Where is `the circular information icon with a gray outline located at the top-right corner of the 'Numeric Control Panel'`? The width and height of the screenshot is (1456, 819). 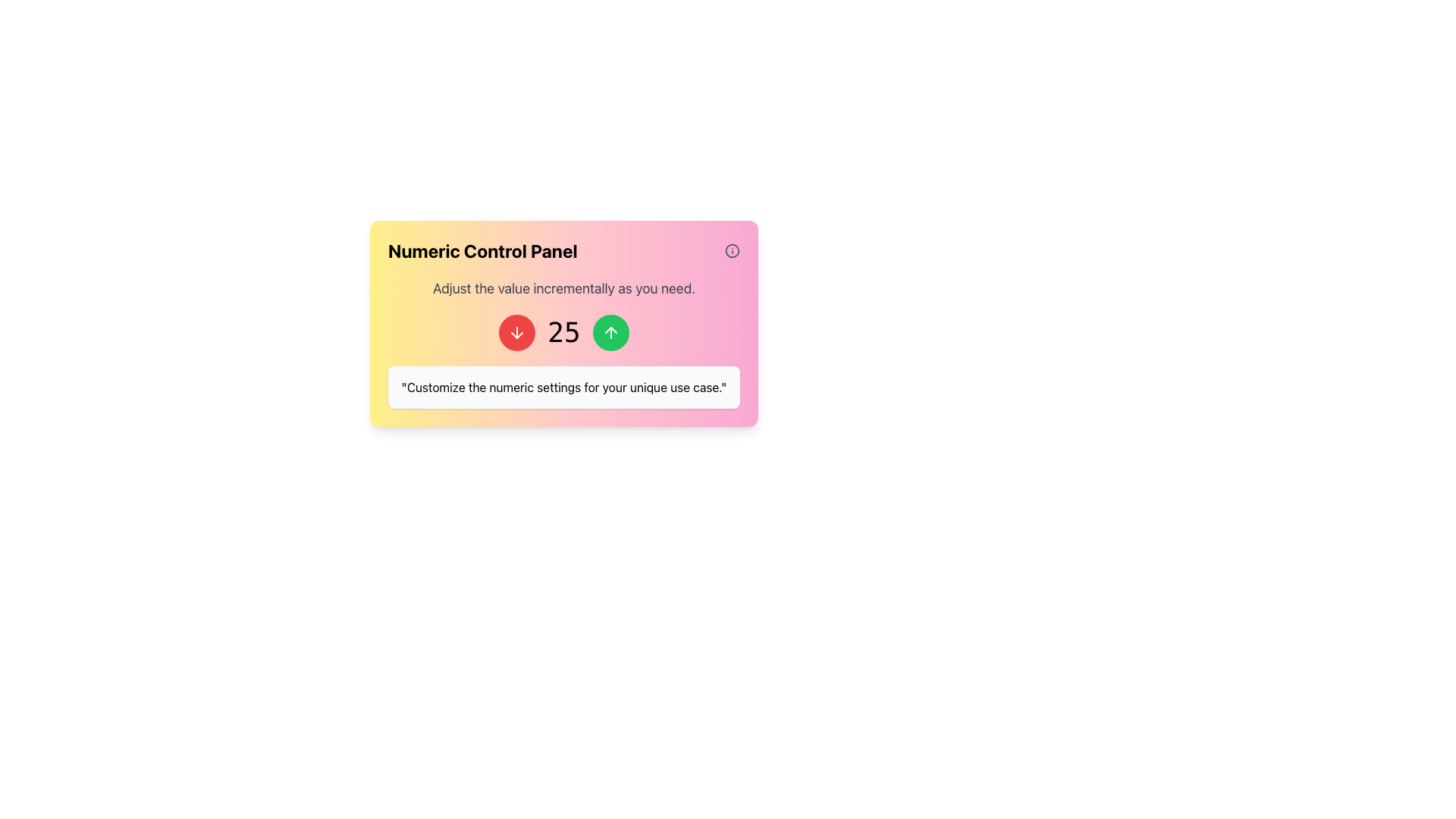 the circular information icon with a gray outline located at the top-right corner of the 'Numeric Control Panel' is located at coordinates (732, 250).